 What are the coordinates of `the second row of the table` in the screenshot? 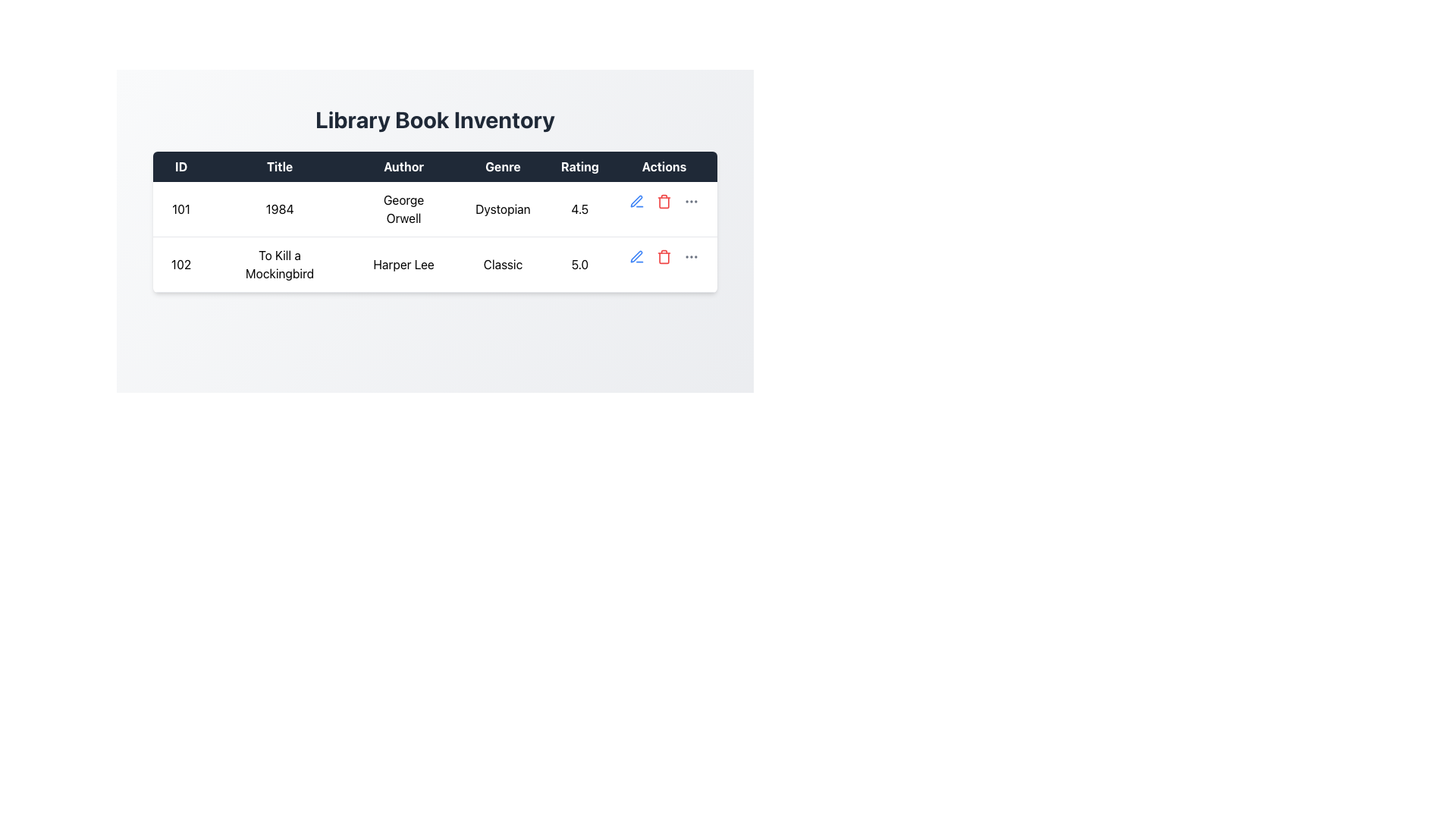 It's located at (435, 263).